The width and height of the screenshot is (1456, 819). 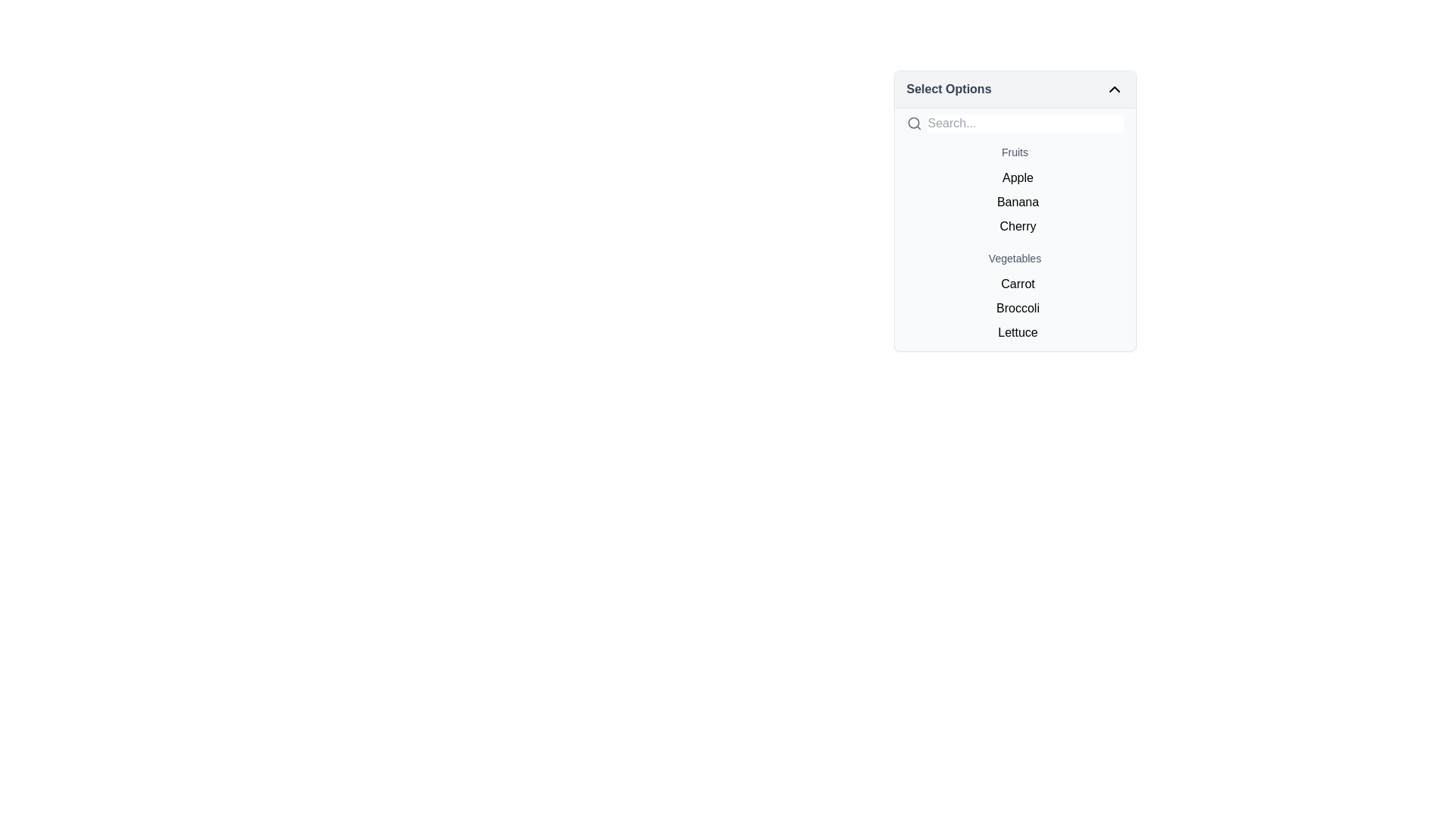 What do you see at coordinates (1015, 191) in the screenshot?
I see `the second item in the 'Fruits' category list, located below the 'Fruits' heading, which follows 'Apple' and precedes 'Cherry'` at bounding box center [1015, 191].